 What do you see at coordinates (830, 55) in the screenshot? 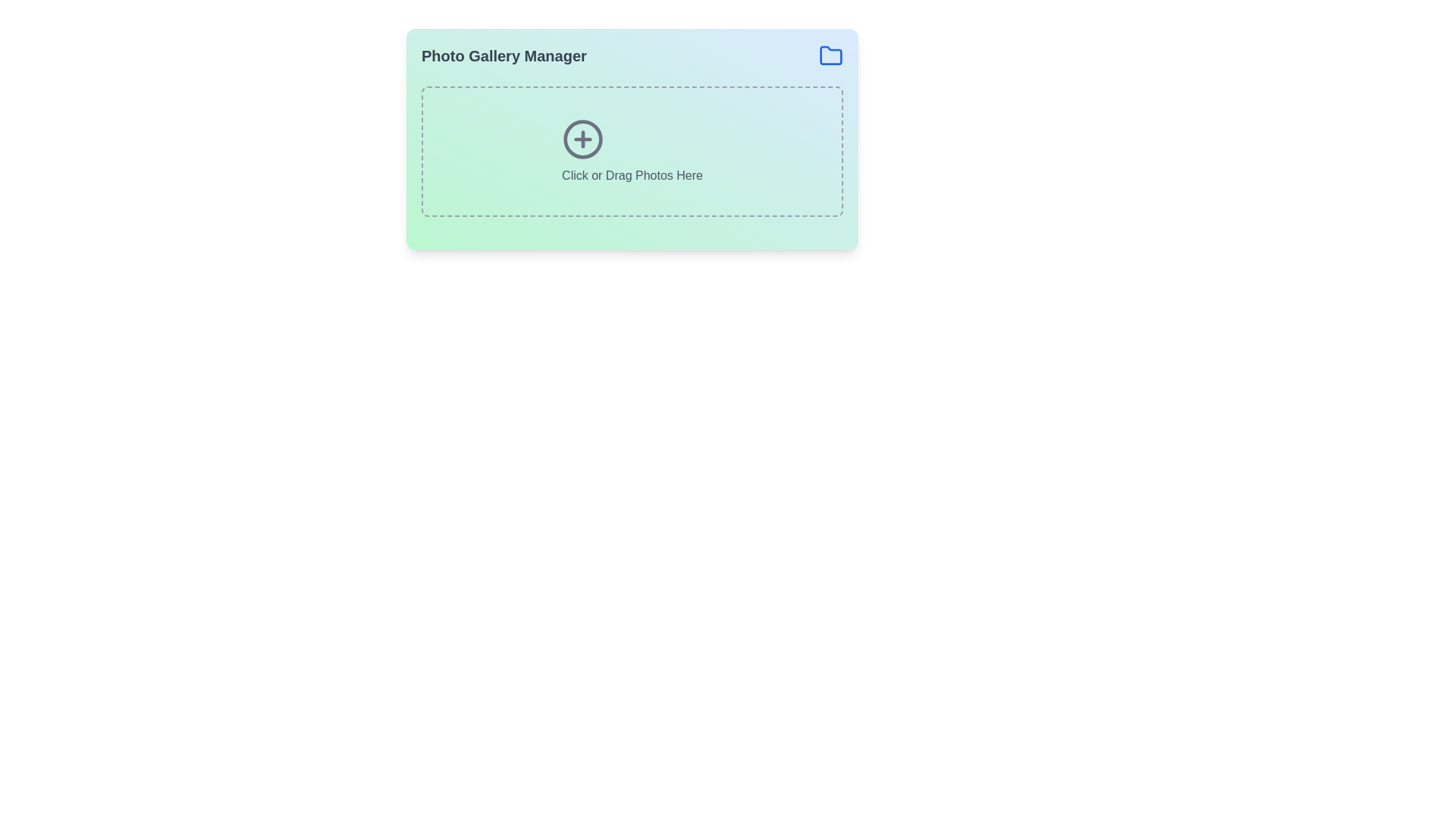
I see `the blue folder icon located in the top-right corner of a card component` at bounding box center [830, 55].